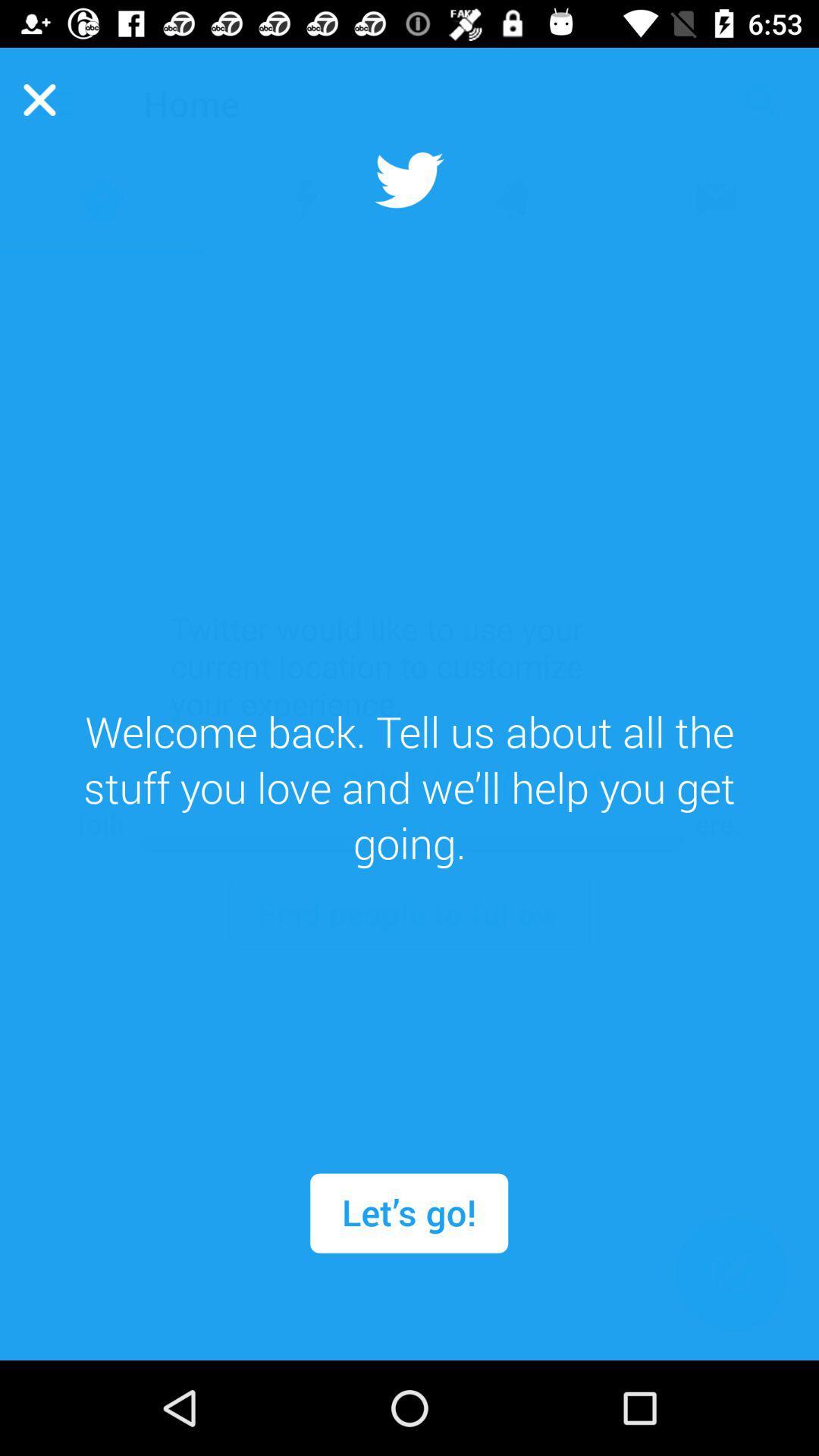 The width and height of the screenshot is (819, 1456). I want to click on the item at the top left corner, so click(39, 99).